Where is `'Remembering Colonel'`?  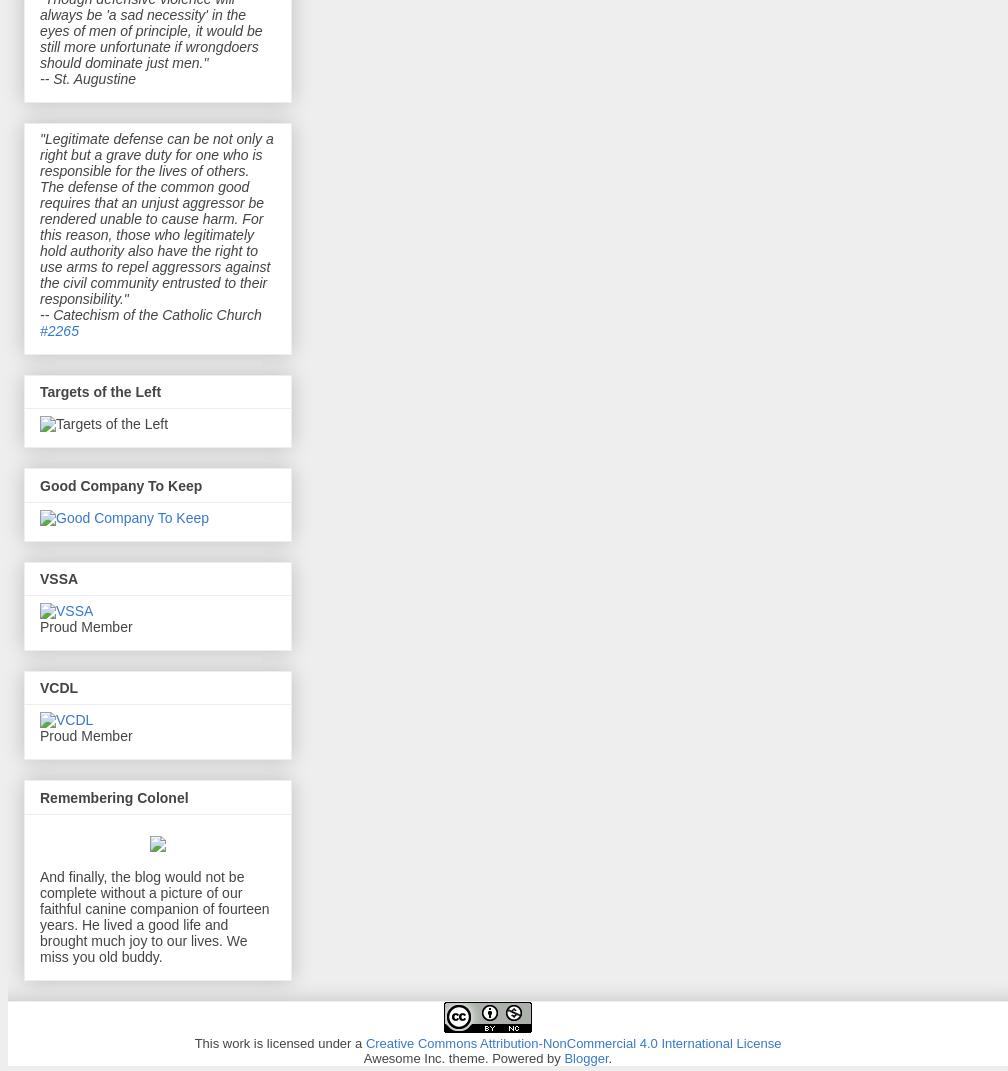 'Remembering Colonel' is located at coordinates (114, 796).